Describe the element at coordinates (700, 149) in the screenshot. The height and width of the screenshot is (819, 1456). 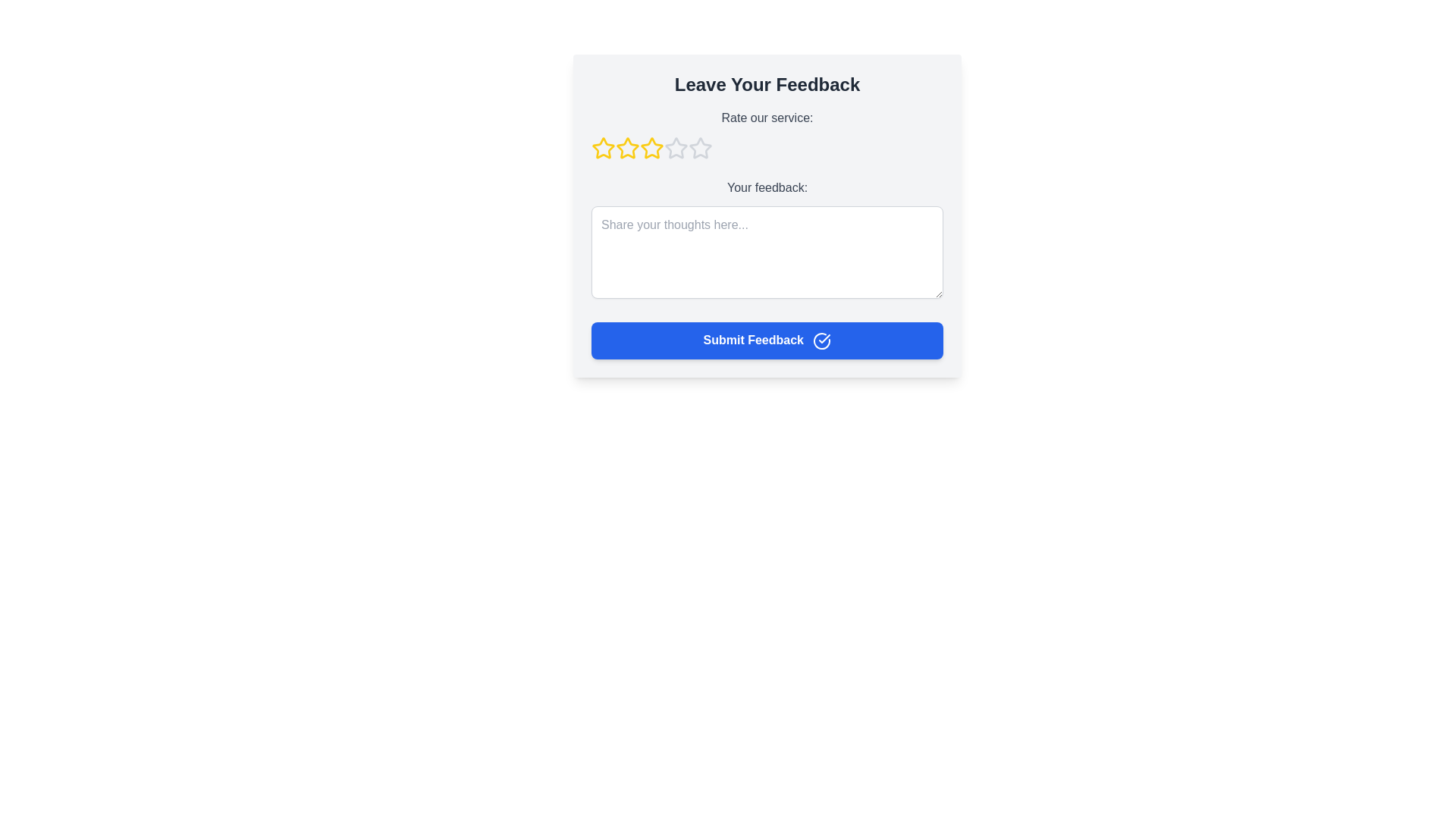
I see `the decorative gray hollow star icon, which is the fifth star in a star rating component` at that location.